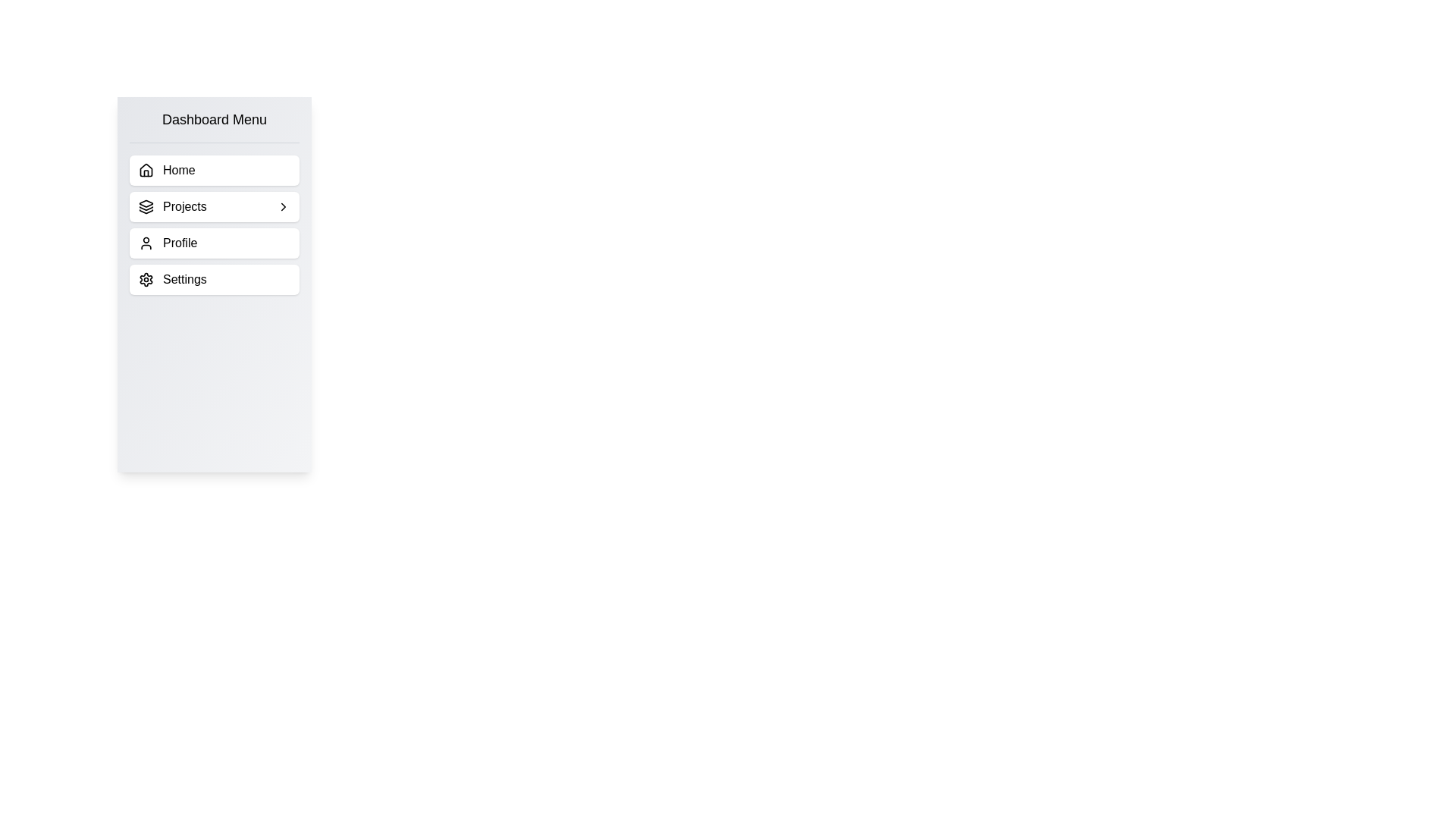 This screenshot has width=1456, height=819. I want to click on the user profile icon, which is a circular head and shoulders outline located to the left of the 'Profile' label, so click(146, 242).